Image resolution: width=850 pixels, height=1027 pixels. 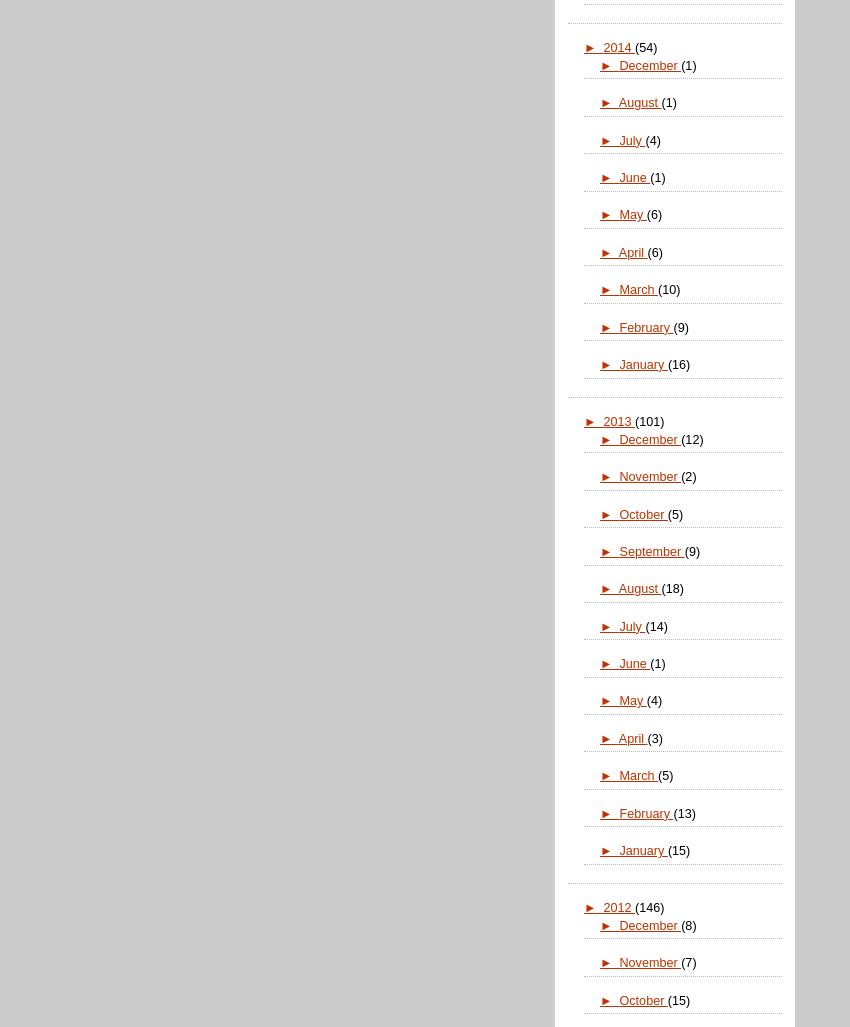 What do you see at coordinates (687, 963) in the screenshot?
I see `'(7)'` at bounding box center [687, 963].